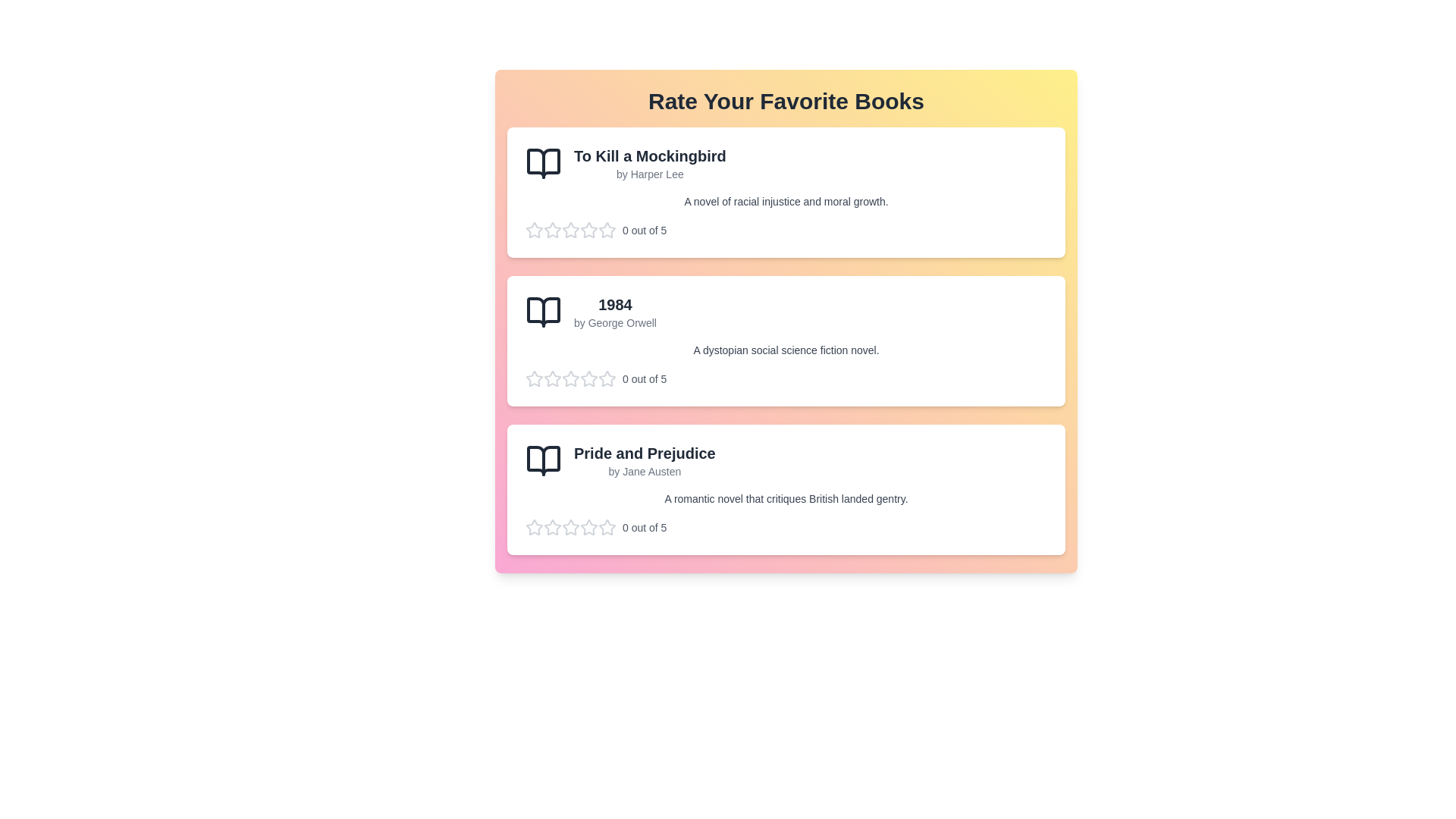  Describe the element at coordinates (786, 201) in the screenshot. I see `the Text block that displays additional descriptive information about the book 'To Kill a Mockingbird', located directly below the title and author information within the first card of a list layout` at that location.